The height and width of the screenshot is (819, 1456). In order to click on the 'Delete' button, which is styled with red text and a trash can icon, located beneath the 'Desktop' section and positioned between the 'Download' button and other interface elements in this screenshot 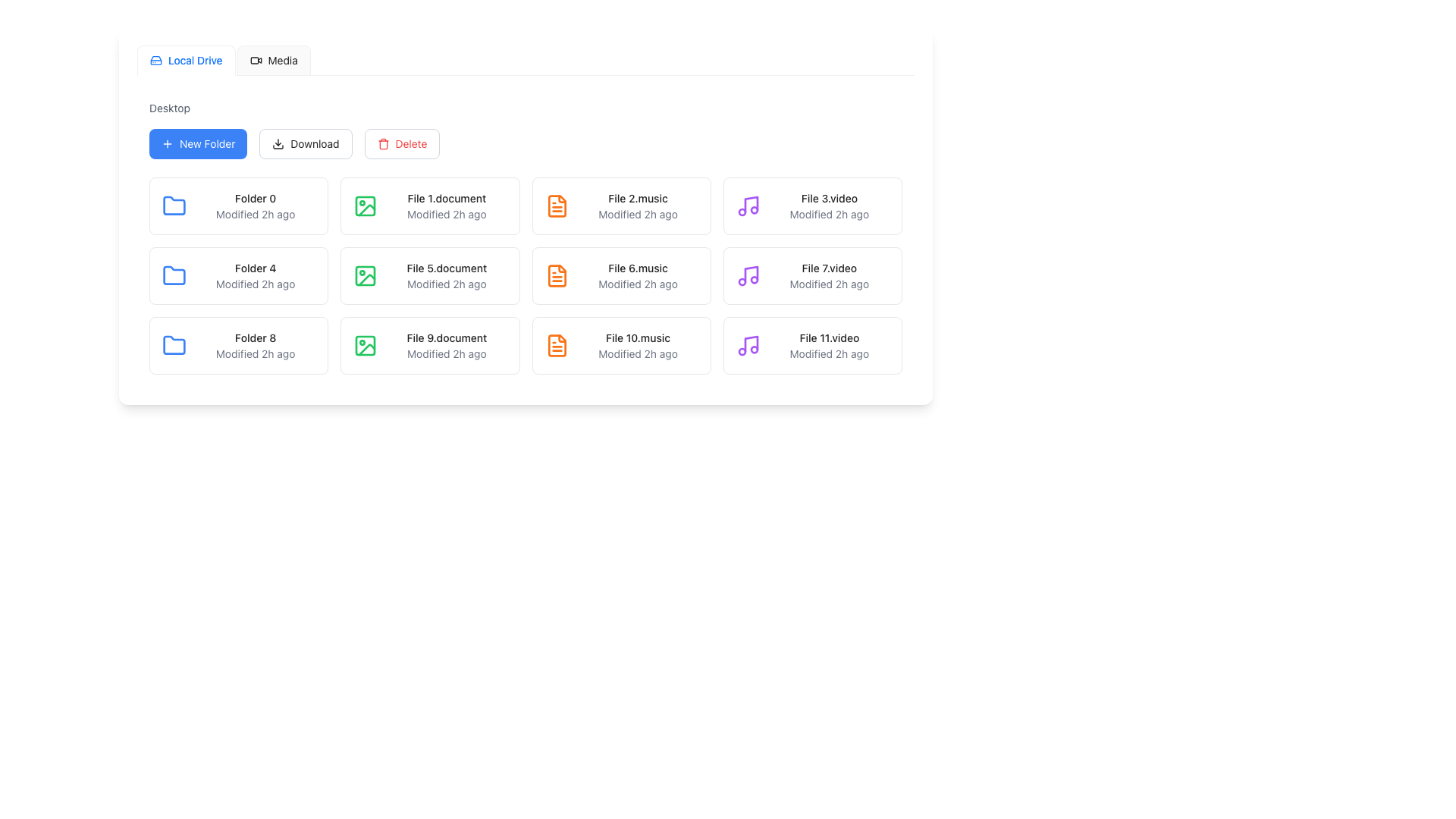, I will do `click(402, 143)`.